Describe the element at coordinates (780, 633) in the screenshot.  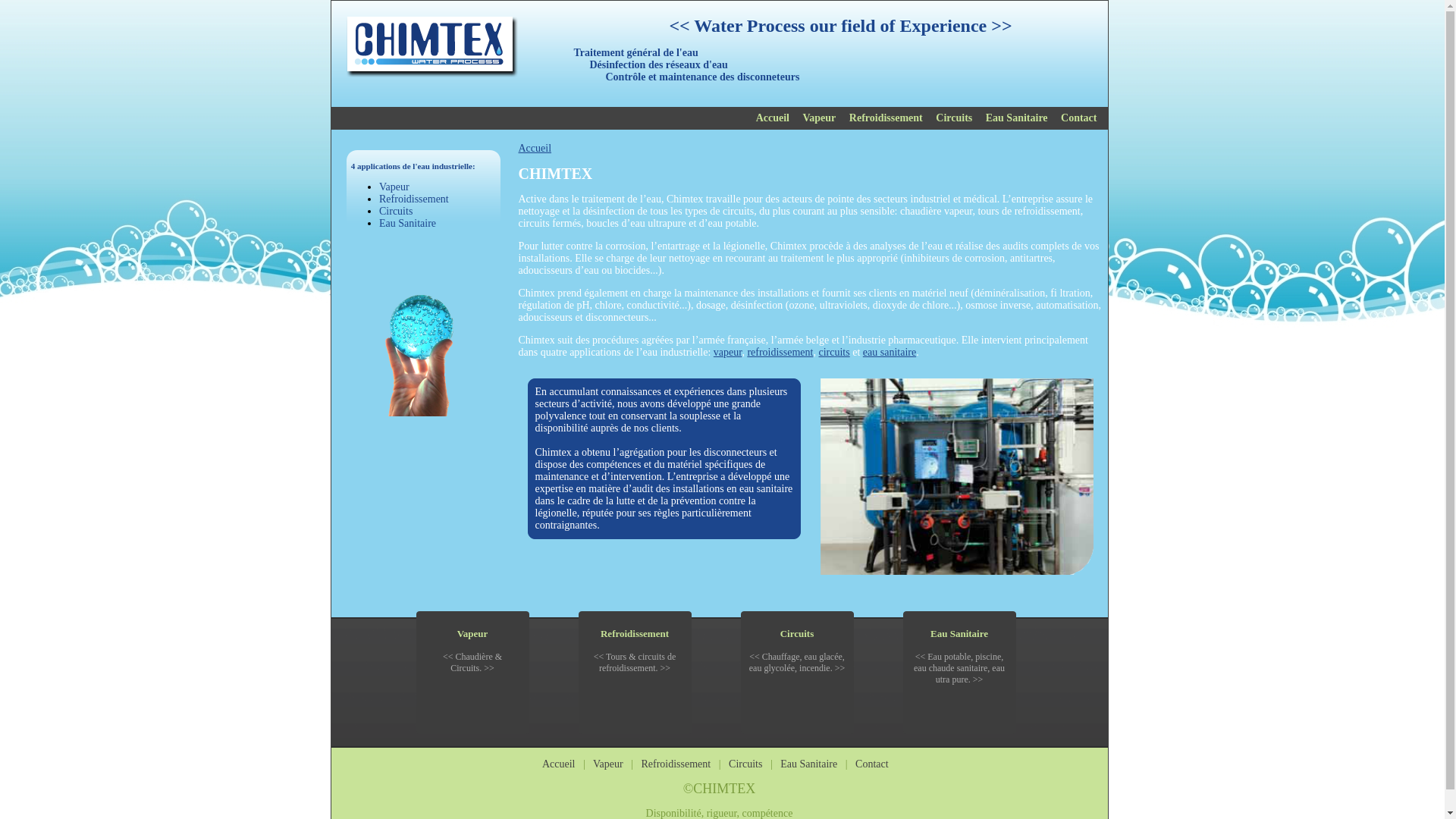
I see `'Circuits'` at that location.